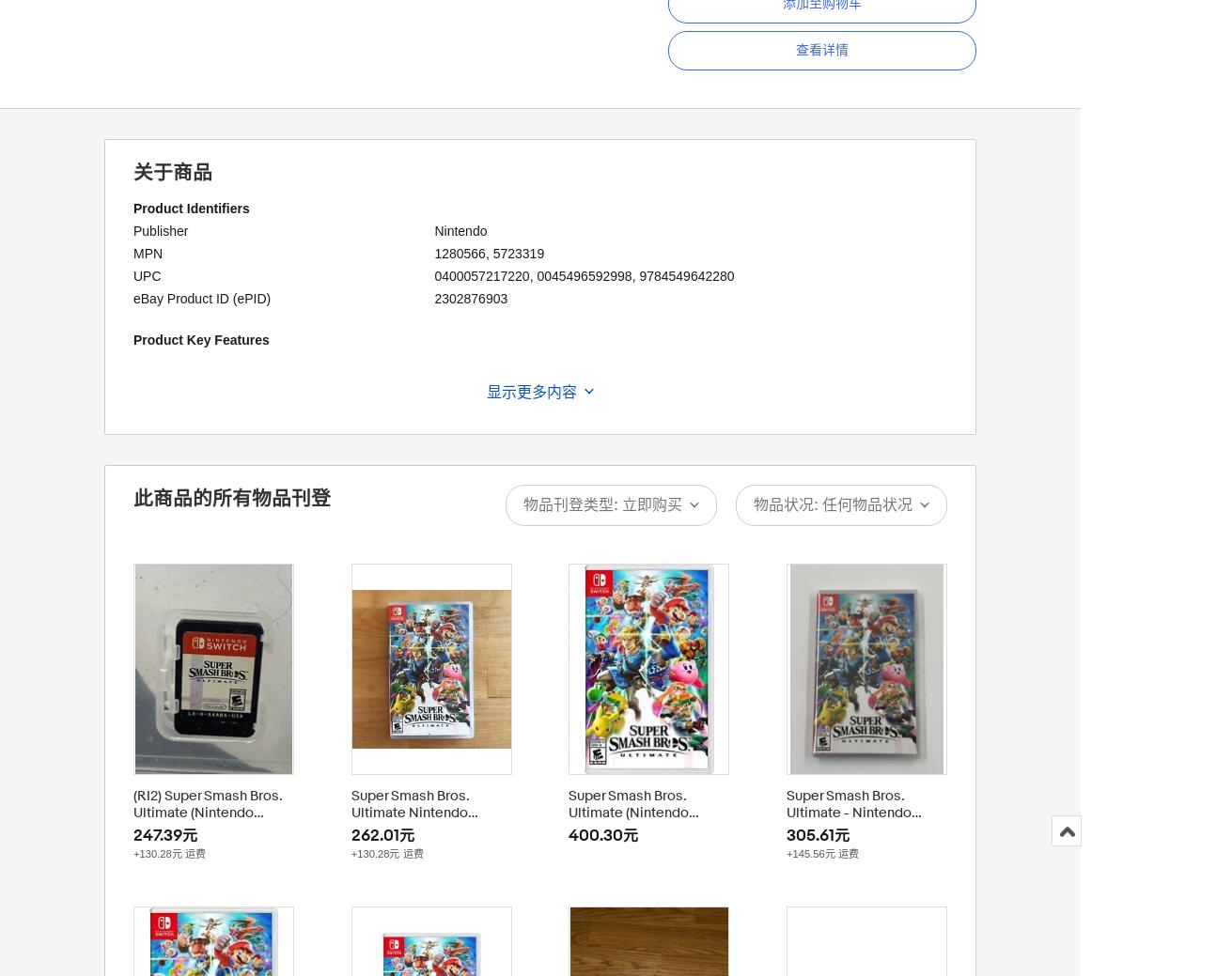  I want to click on 'Nintendo', so click(460, 229).